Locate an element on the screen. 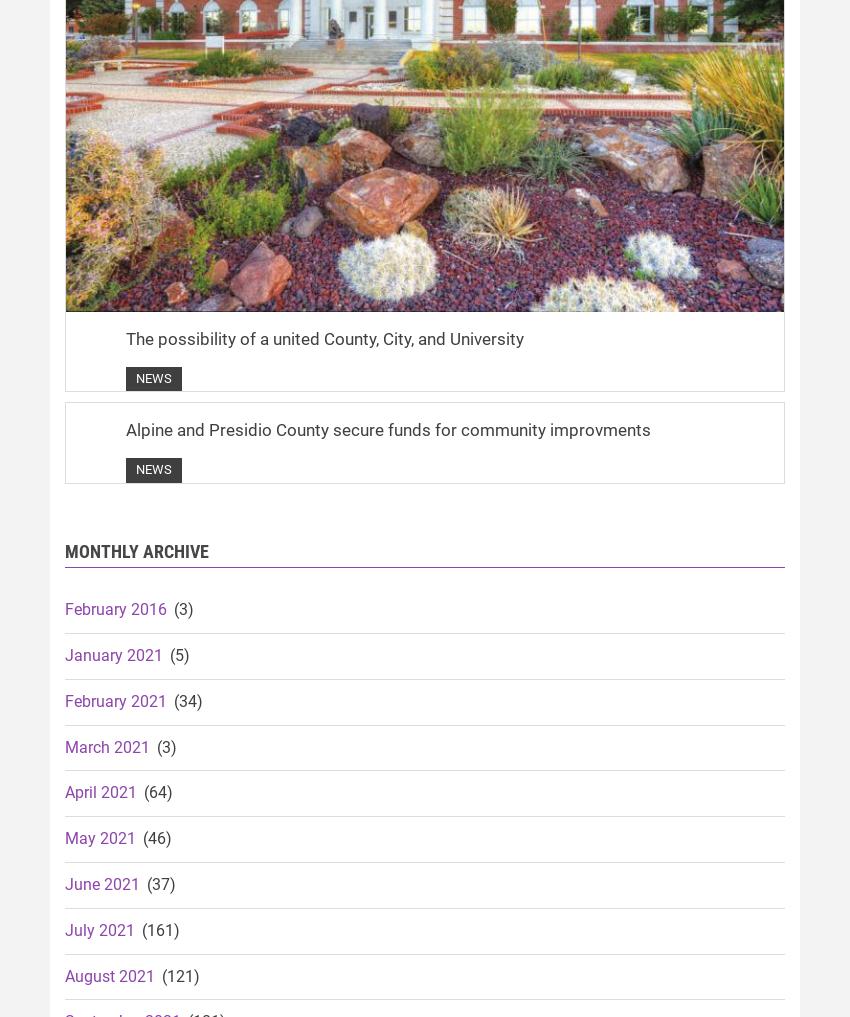 Image resolution: width=850 pixels, height=1017 pixels. '(5)' is located at coordinates (176, 654).